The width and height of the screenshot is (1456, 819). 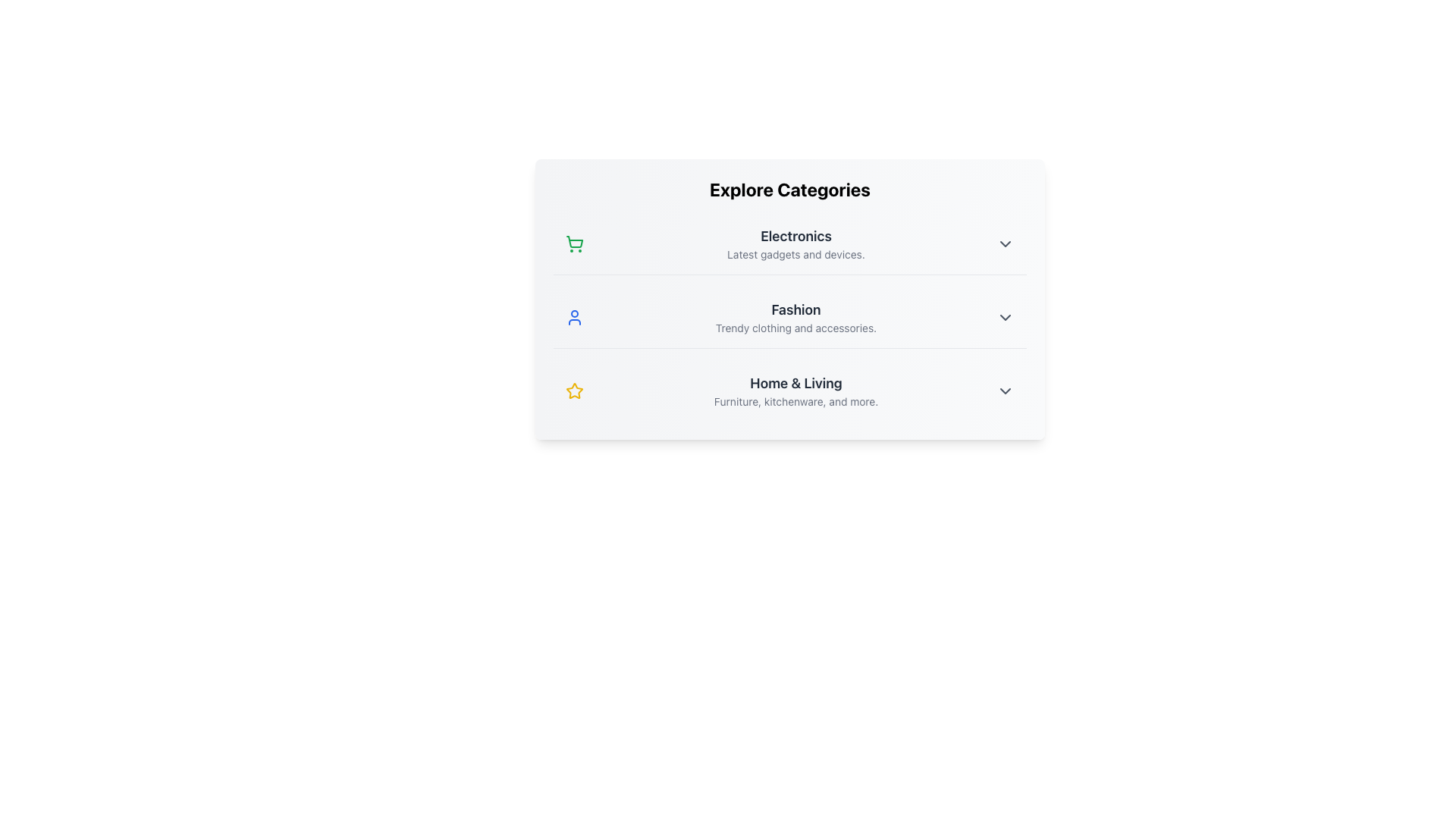 I want to click on the text label stating 'Furniture, kitchenware, and more.' which is styled in light gray and appears beneath the bold heading 'Home & Living', so click(x=795, y=400).